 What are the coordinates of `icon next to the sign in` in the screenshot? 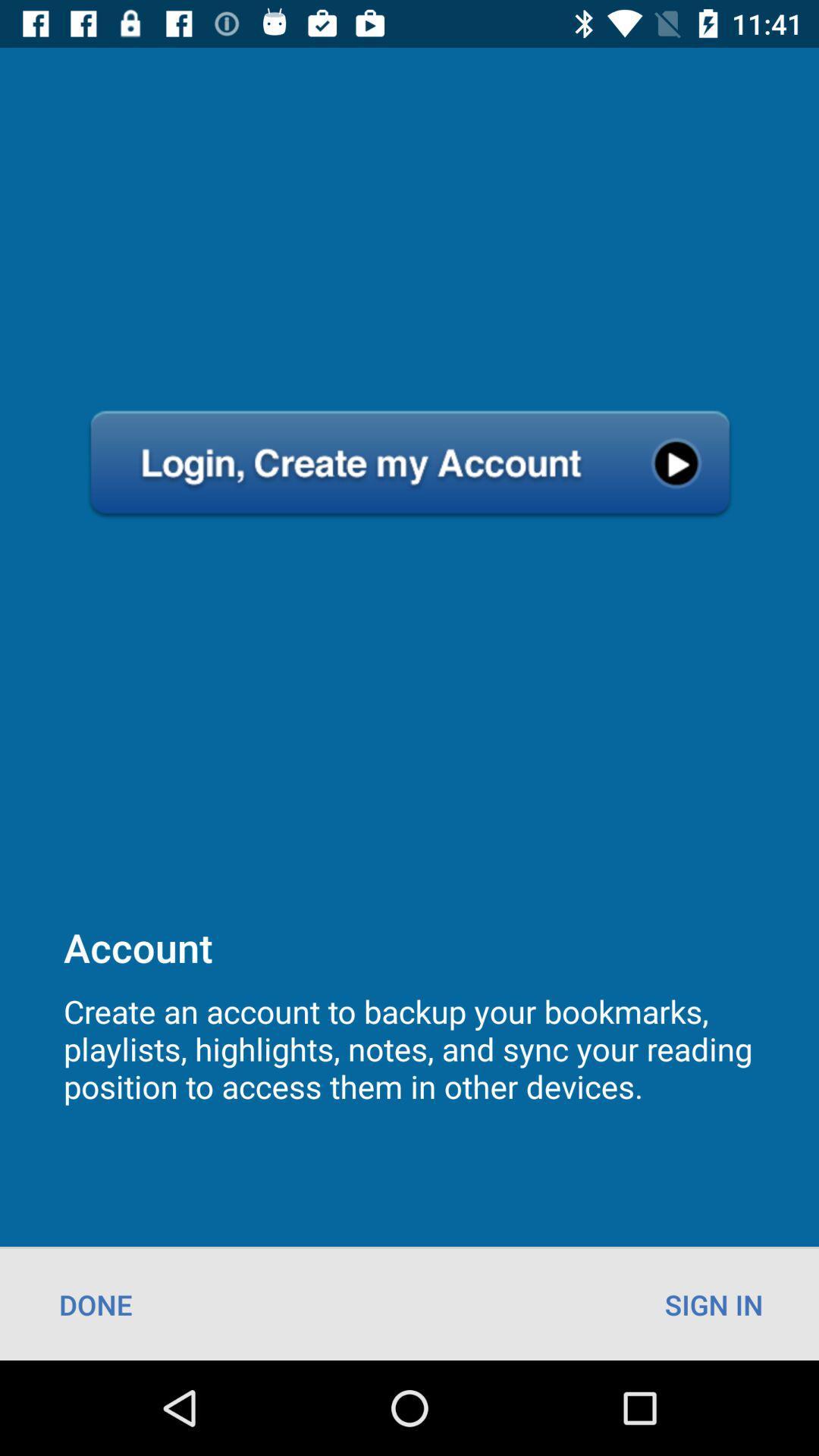 It's located at (96, 1304).